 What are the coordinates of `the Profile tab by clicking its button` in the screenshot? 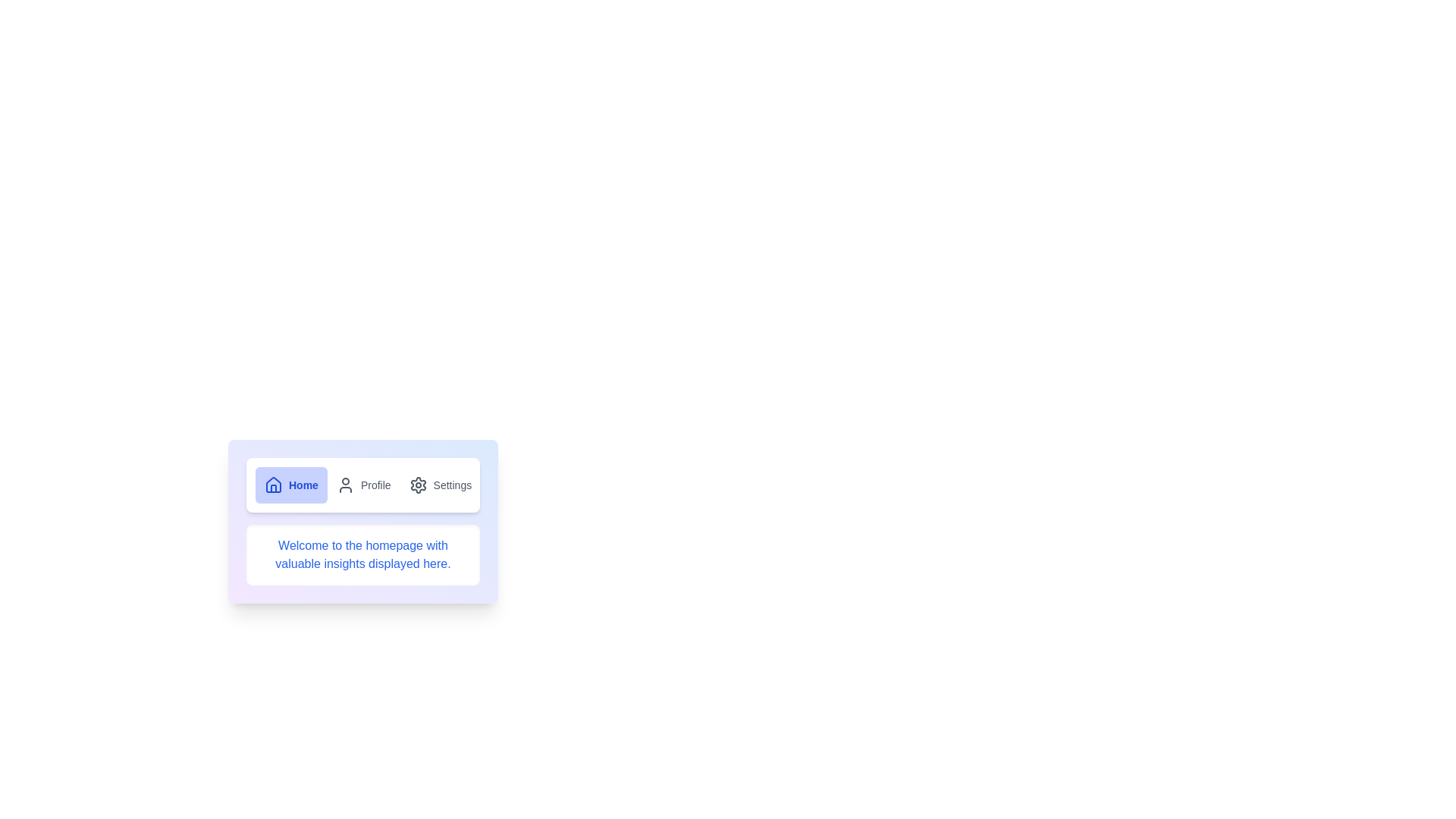 It's located at (362, 485).